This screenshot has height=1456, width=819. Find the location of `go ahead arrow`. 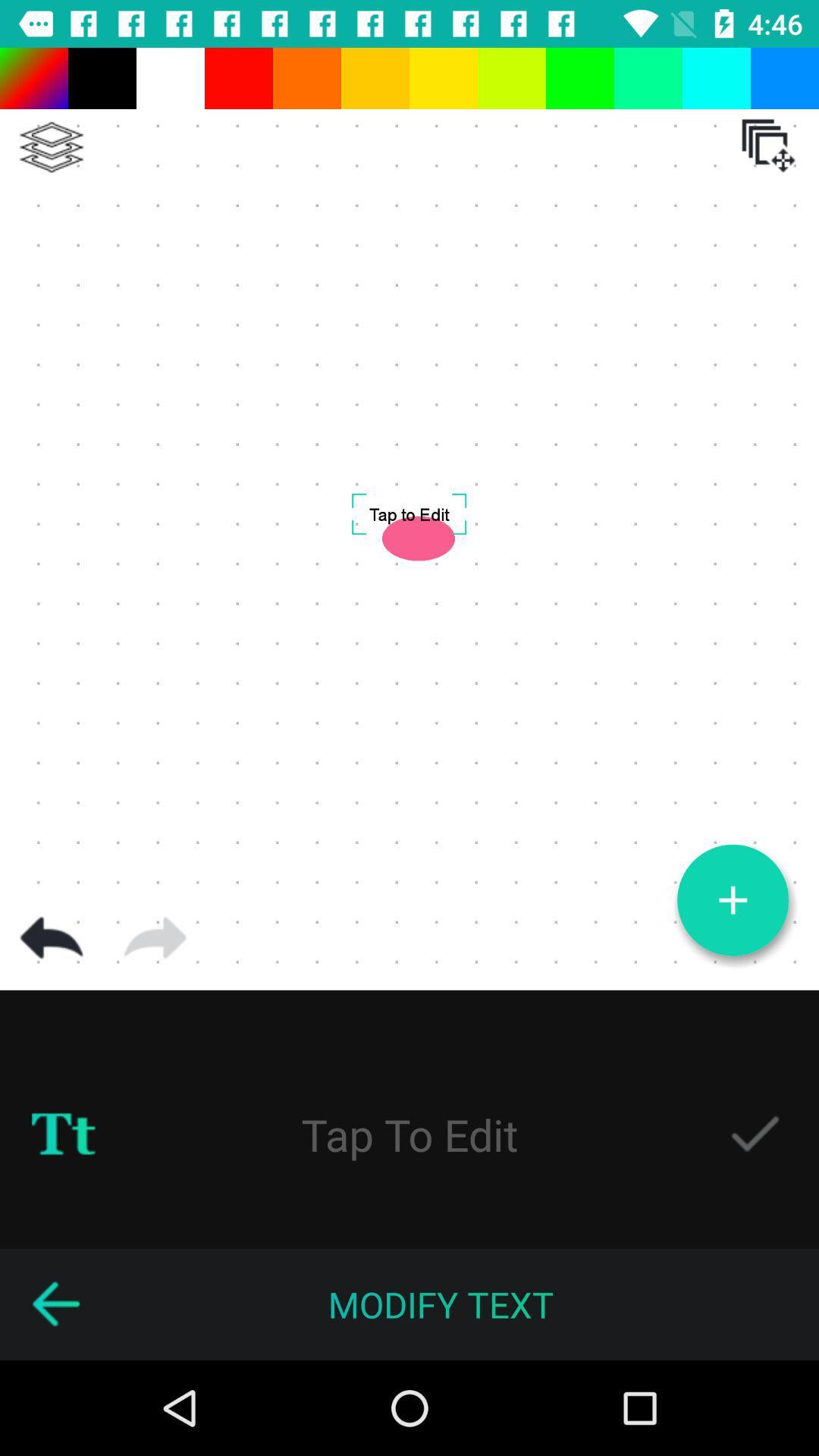

go ahead arrow is located at coordinates (155, 937).